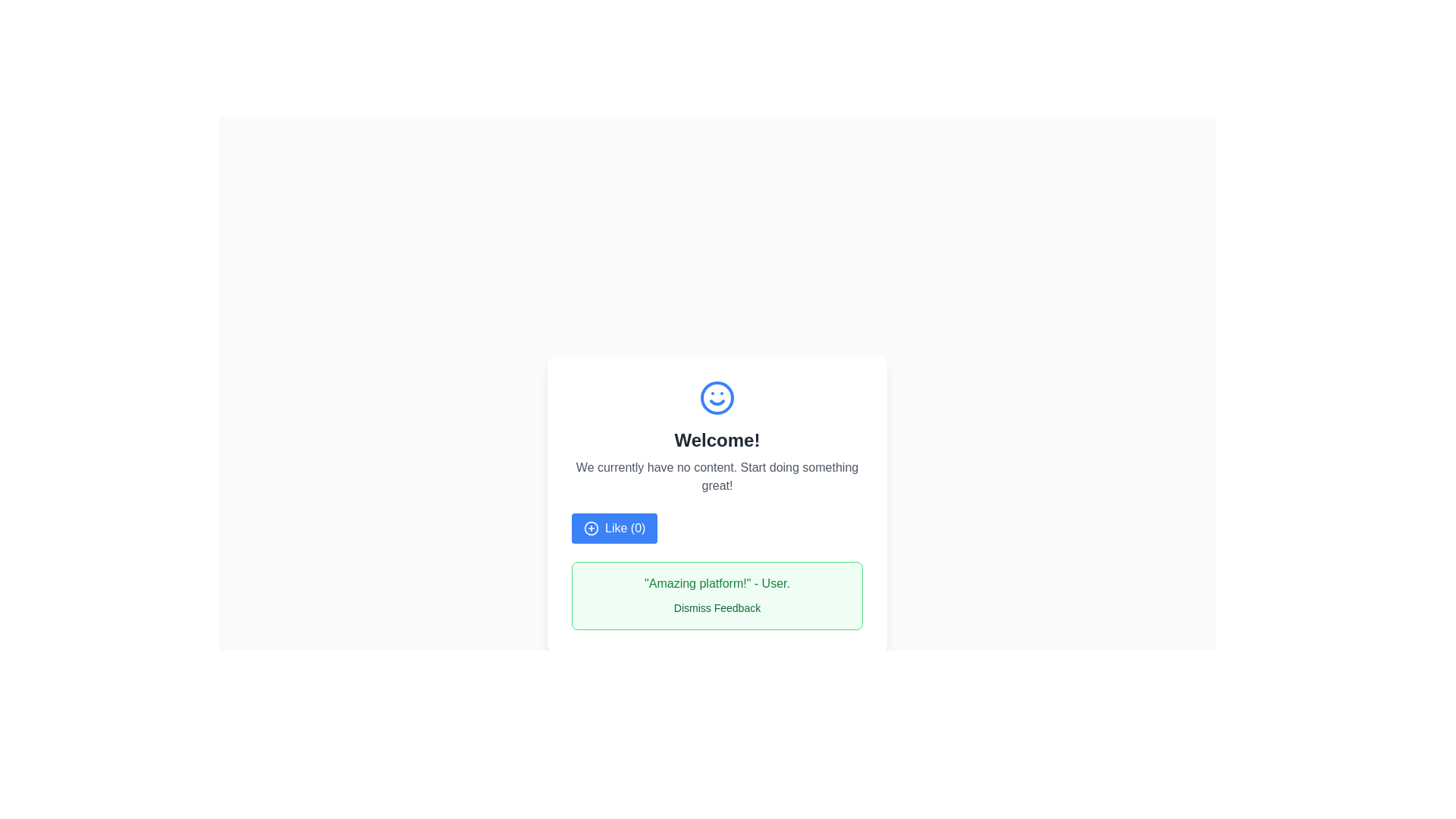 The width and height of the screenshot is (1456, 819). Describe the element at coordinates (590, 528) in the screenshot. I see `the circular icon with a plus symbol inside the 'Like (0)' button, which is styled in a minimalist design with a blue background and white stroke colors, located under the heading 'Welcome!' and above the feedback section` at that location.